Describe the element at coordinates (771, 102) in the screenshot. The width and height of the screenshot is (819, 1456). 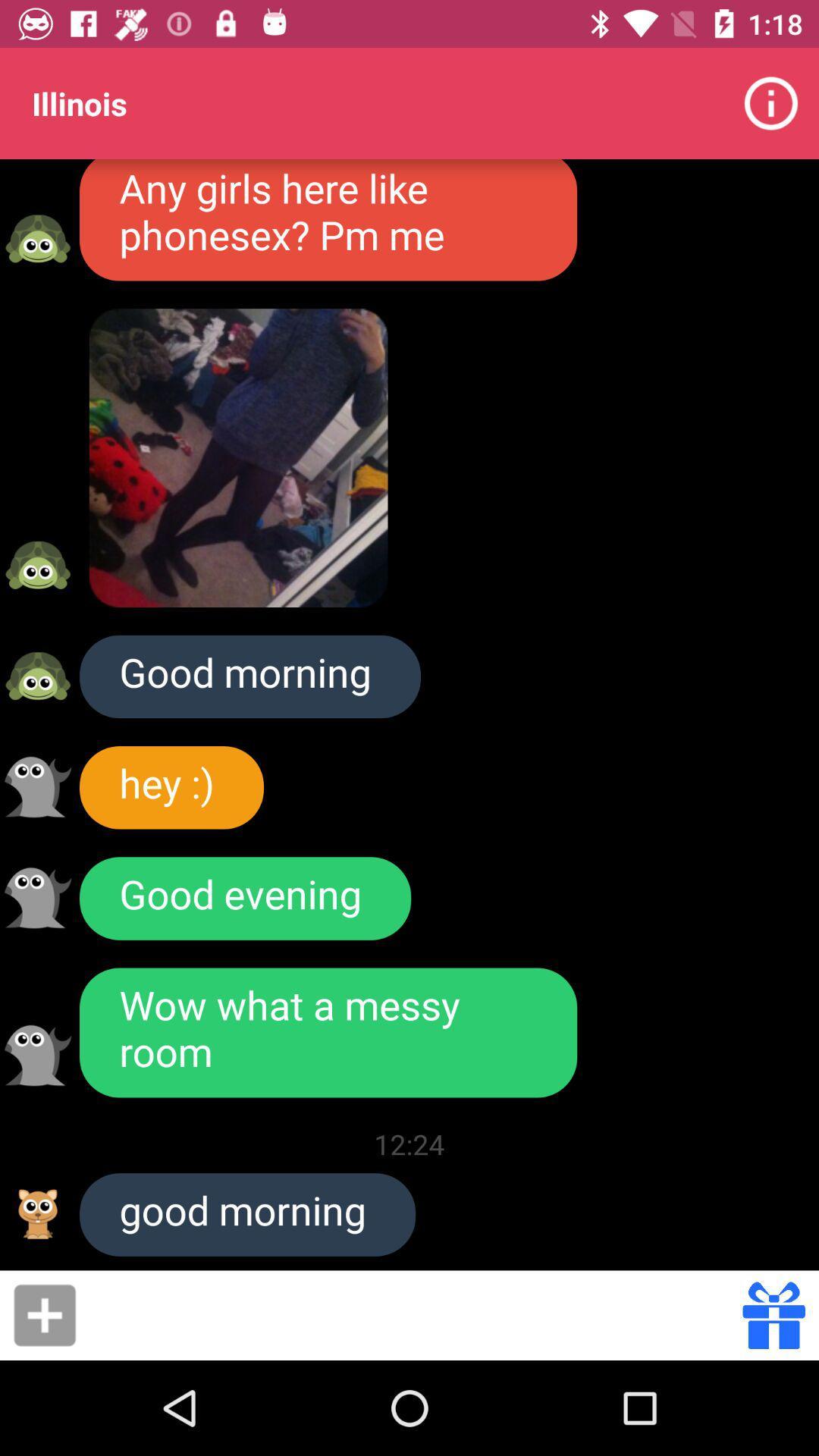
I see `icon next to any girls here item` at that location.